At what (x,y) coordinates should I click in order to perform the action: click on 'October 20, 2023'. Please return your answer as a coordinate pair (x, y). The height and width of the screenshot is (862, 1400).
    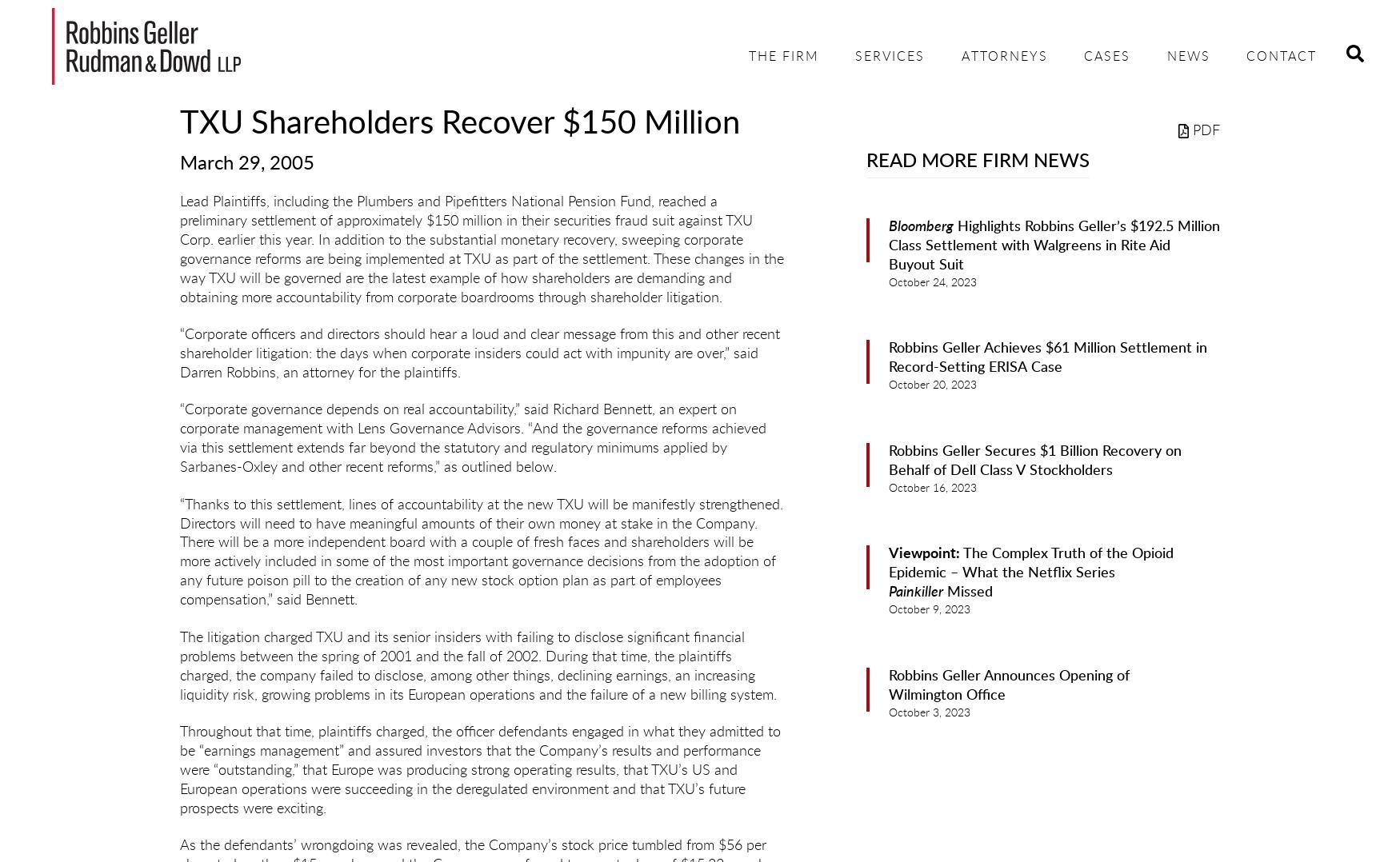
    Looking at the image, I should click on (932, 384).